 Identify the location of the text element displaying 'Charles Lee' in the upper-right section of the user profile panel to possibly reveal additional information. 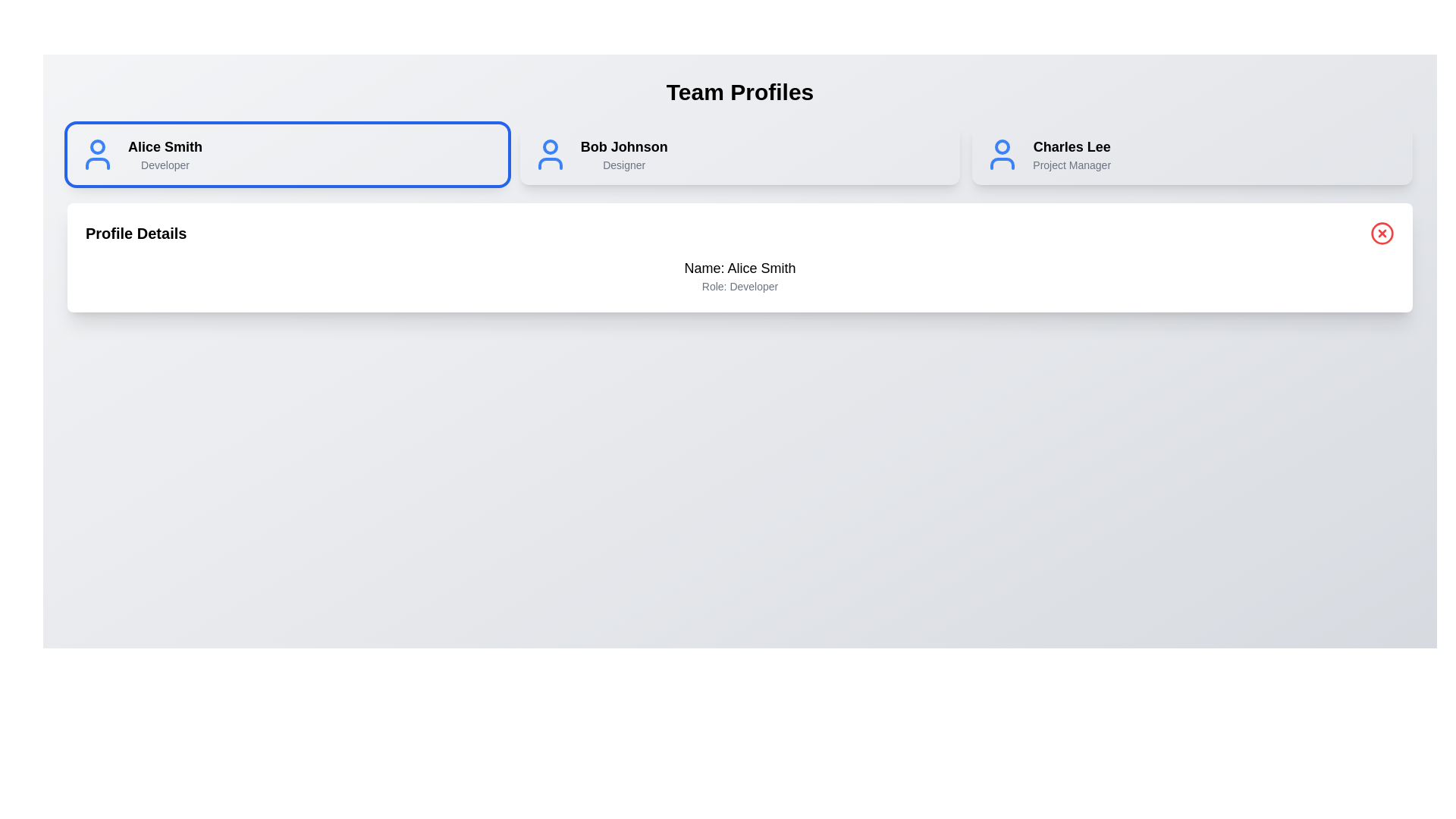
(1071, 146).